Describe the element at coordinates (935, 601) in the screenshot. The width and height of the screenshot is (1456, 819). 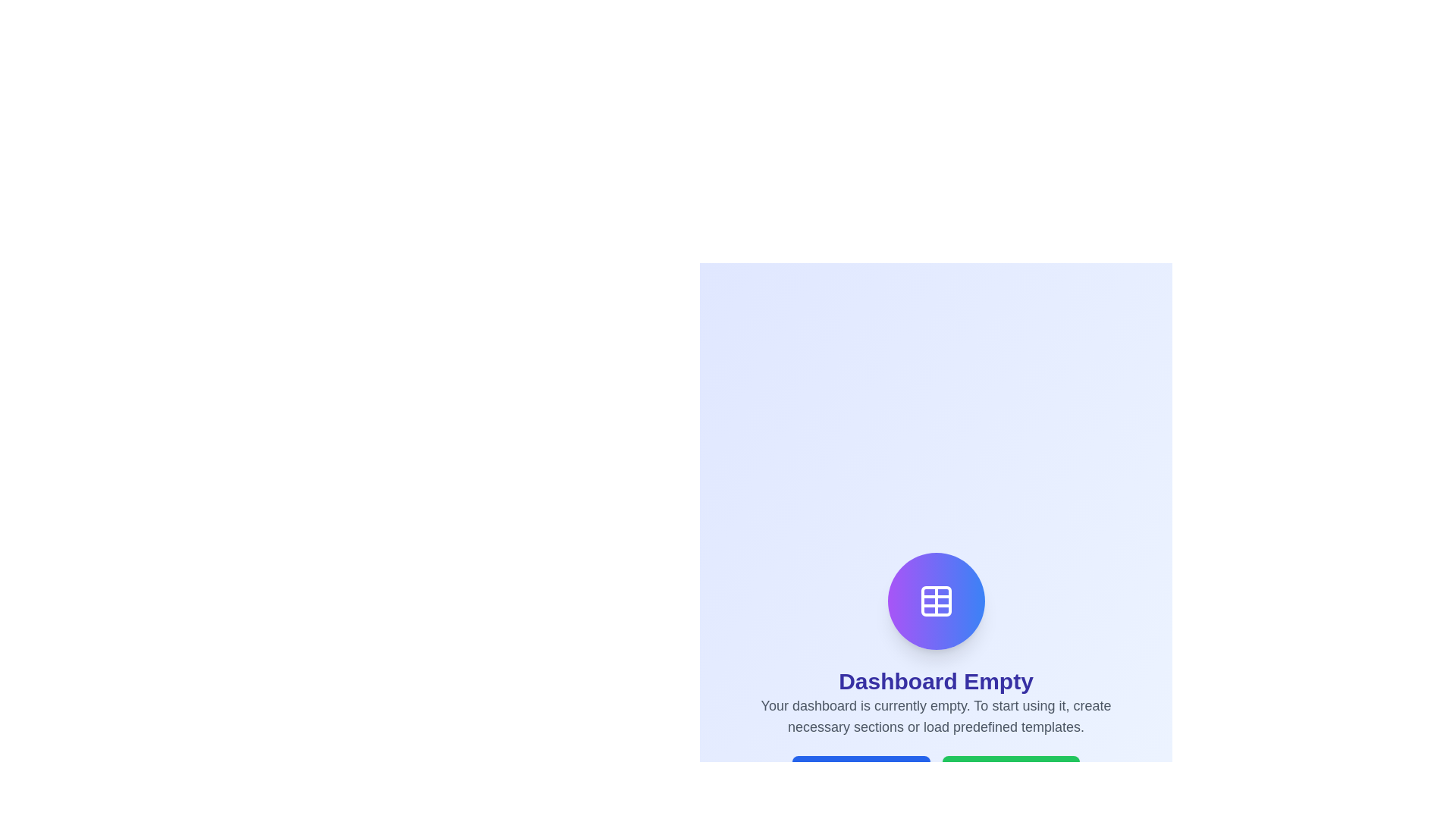
I see `the decorative icon representing a table or grid layout, which is positioned above the 'Dashboard Empty' heading and centrally aligned with the text below it` at that location.